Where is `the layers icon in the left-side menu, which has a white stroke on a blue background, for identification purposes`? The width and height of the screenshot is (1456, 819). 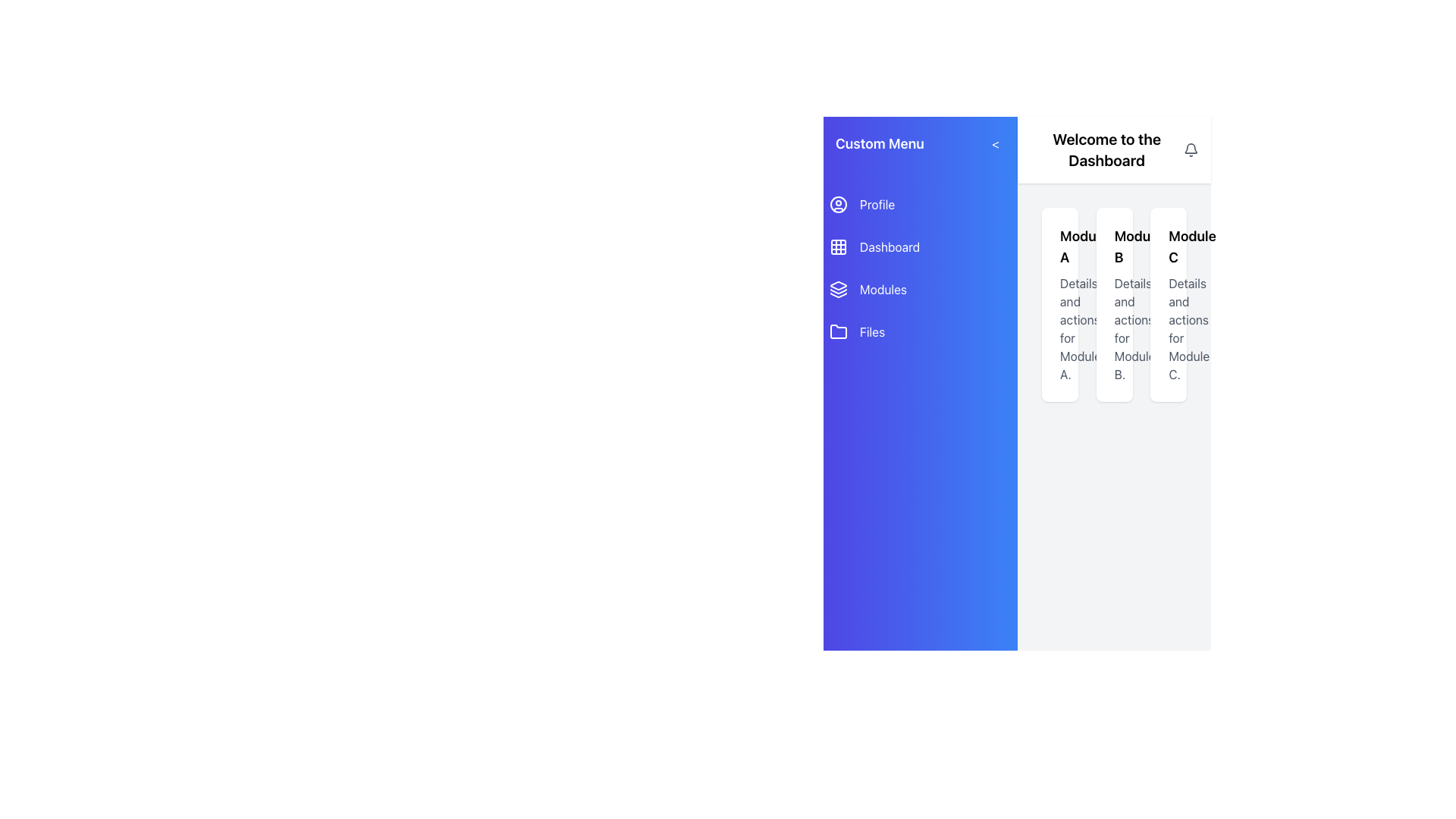 the layers icon in the left-side menu, which has a white stroke on a blue background, for identification purposes is located at coordinates (837, 289).